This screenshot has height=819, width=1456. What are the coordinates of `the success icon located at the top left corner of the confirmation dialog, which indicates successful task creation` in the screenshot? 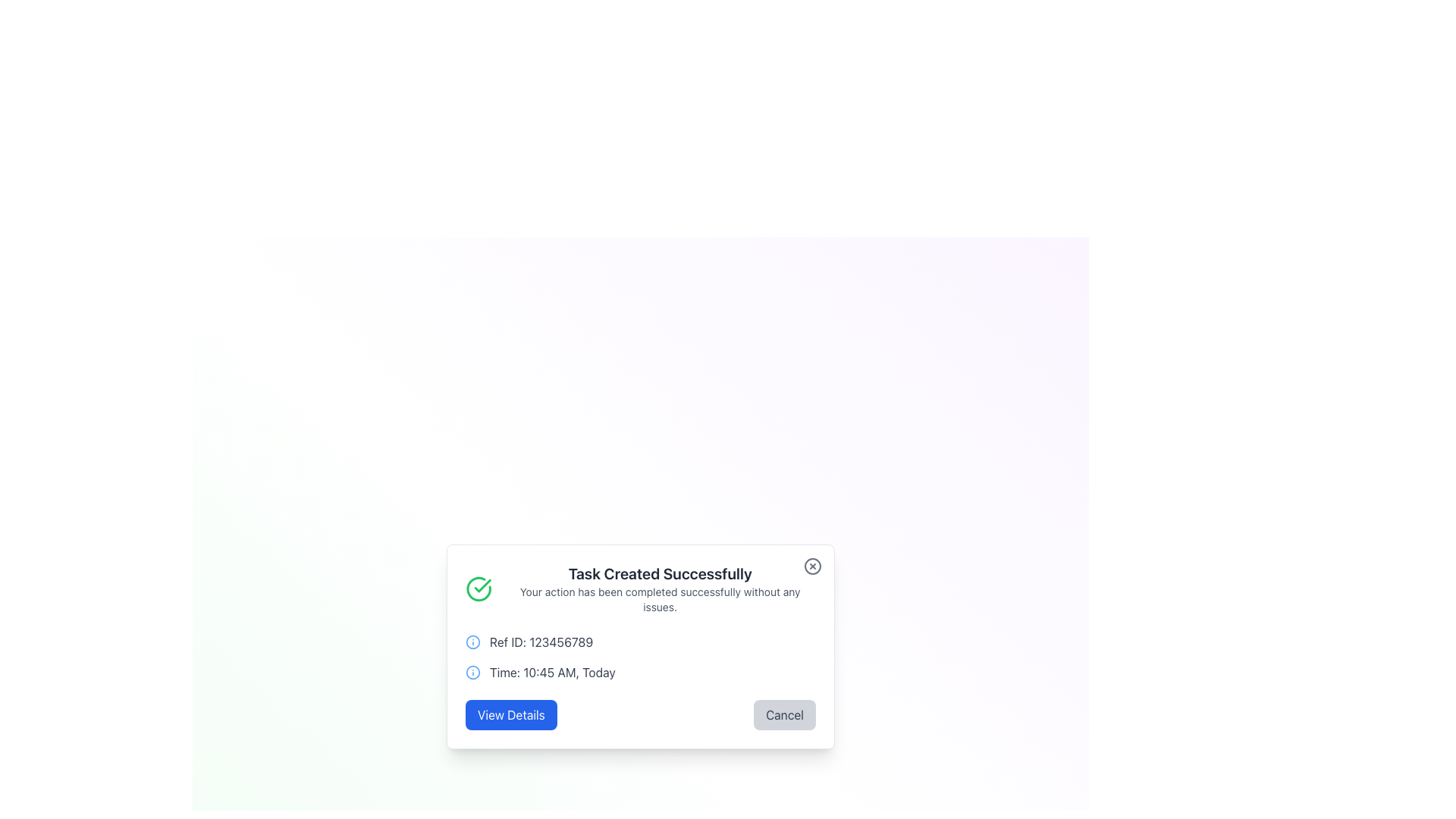 It's located at (482, 585).